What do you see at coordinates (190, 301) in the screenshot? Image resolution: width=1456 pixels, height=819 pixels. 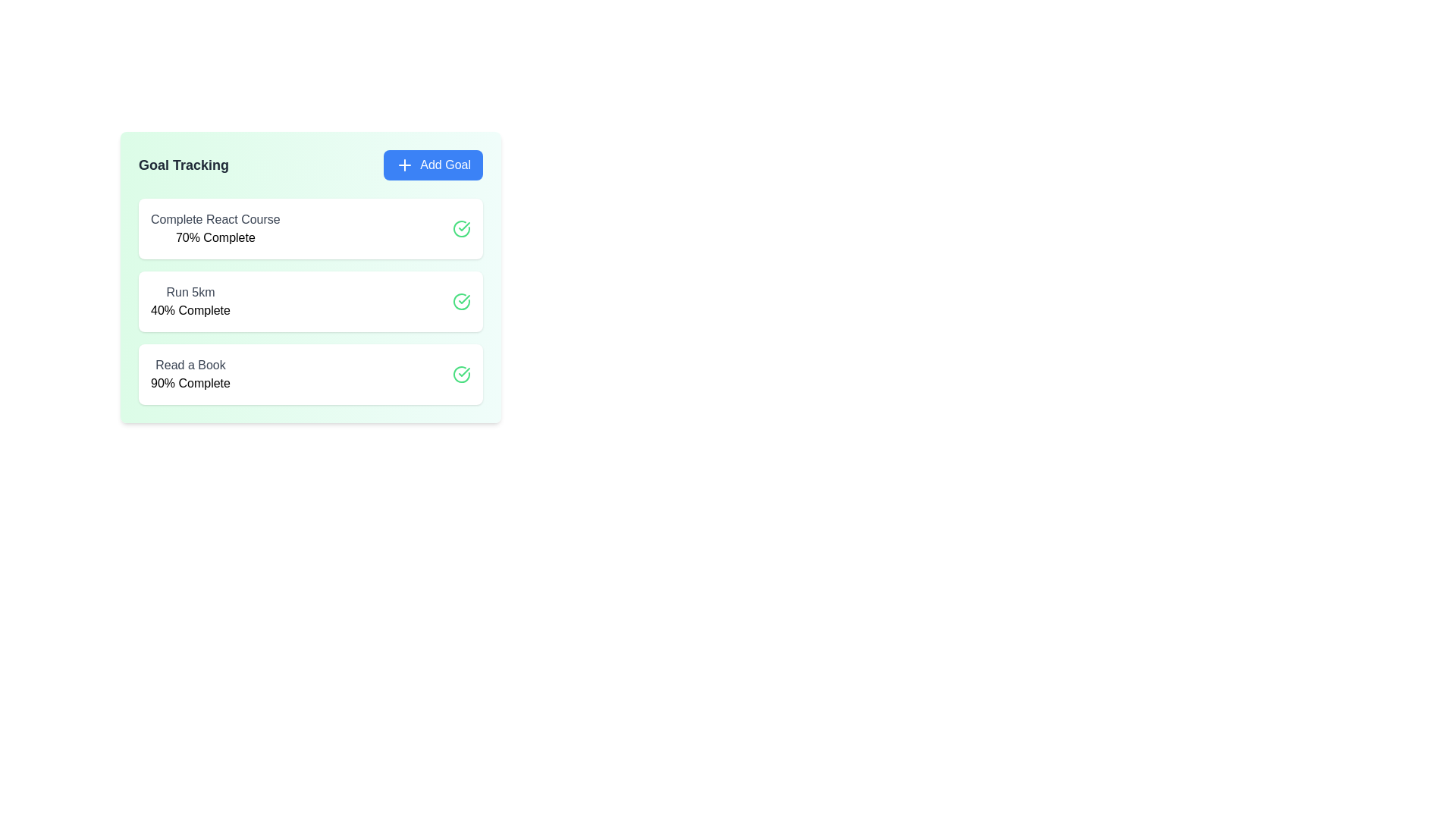 I see `the text display that shows the task title 'Run 5km' and its completion percentage '40% Complete'` at bounding box center [190, 301].